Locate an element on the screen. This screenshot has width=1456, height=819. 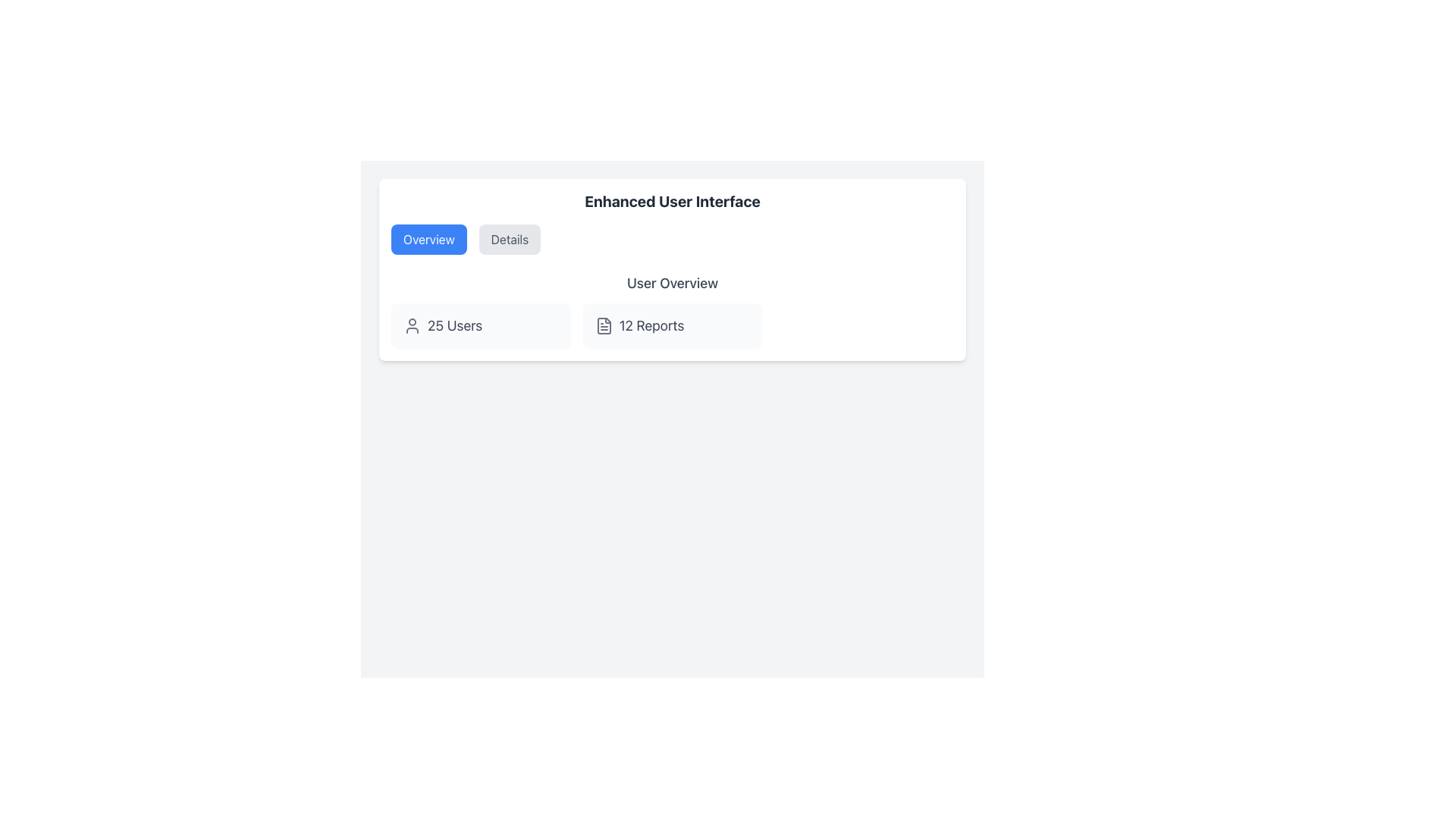
the button with rounded corners labeled 'Details' is located at coordinates (510, 239).